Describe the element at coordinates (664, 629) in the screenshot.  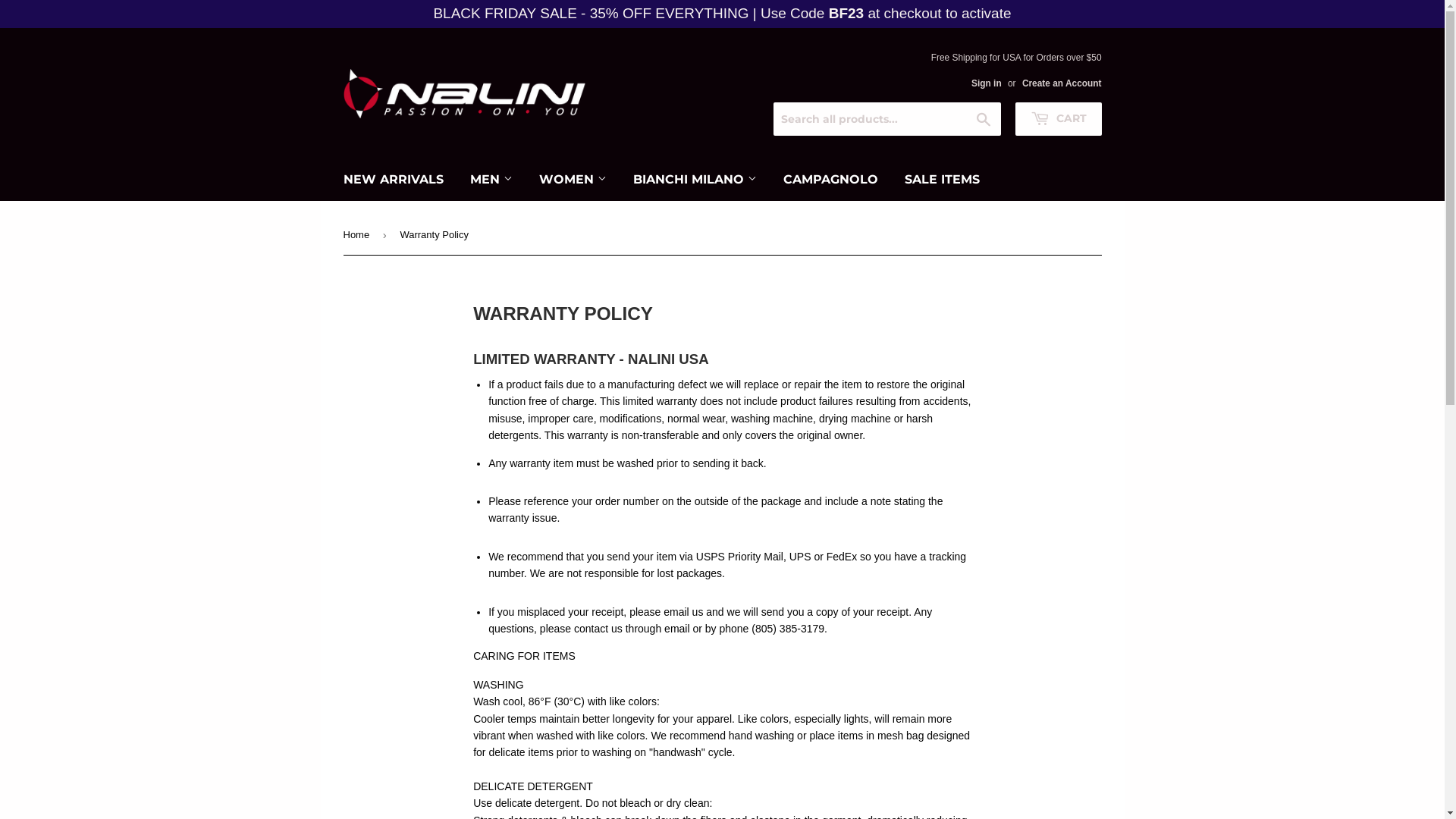
I see `'email'` at that location.